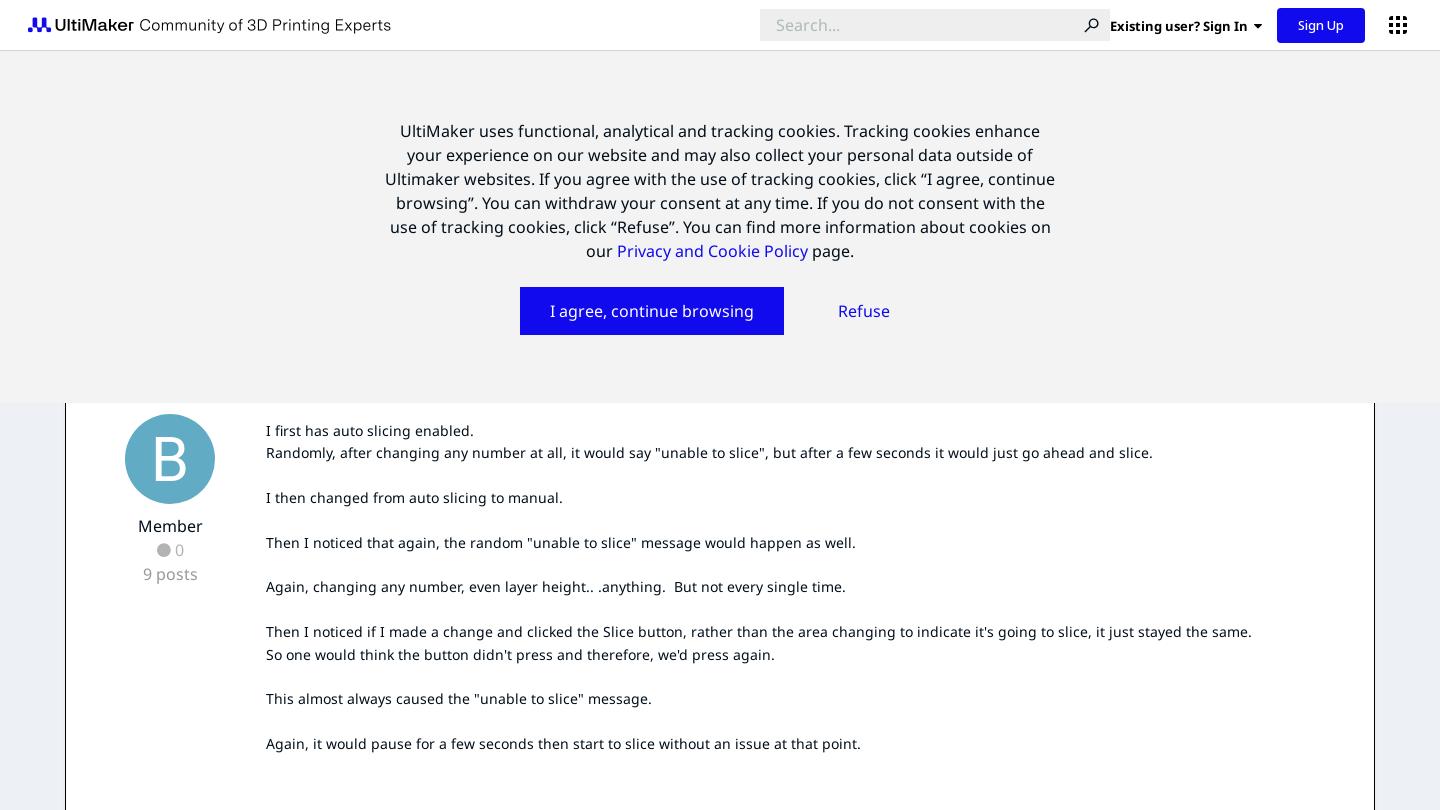 This screenshot has width=1440, height=810. Describe the element at coordinates (368, 429) in the screenshot. I see `'I first has auto slicing enabled.'` at that location.